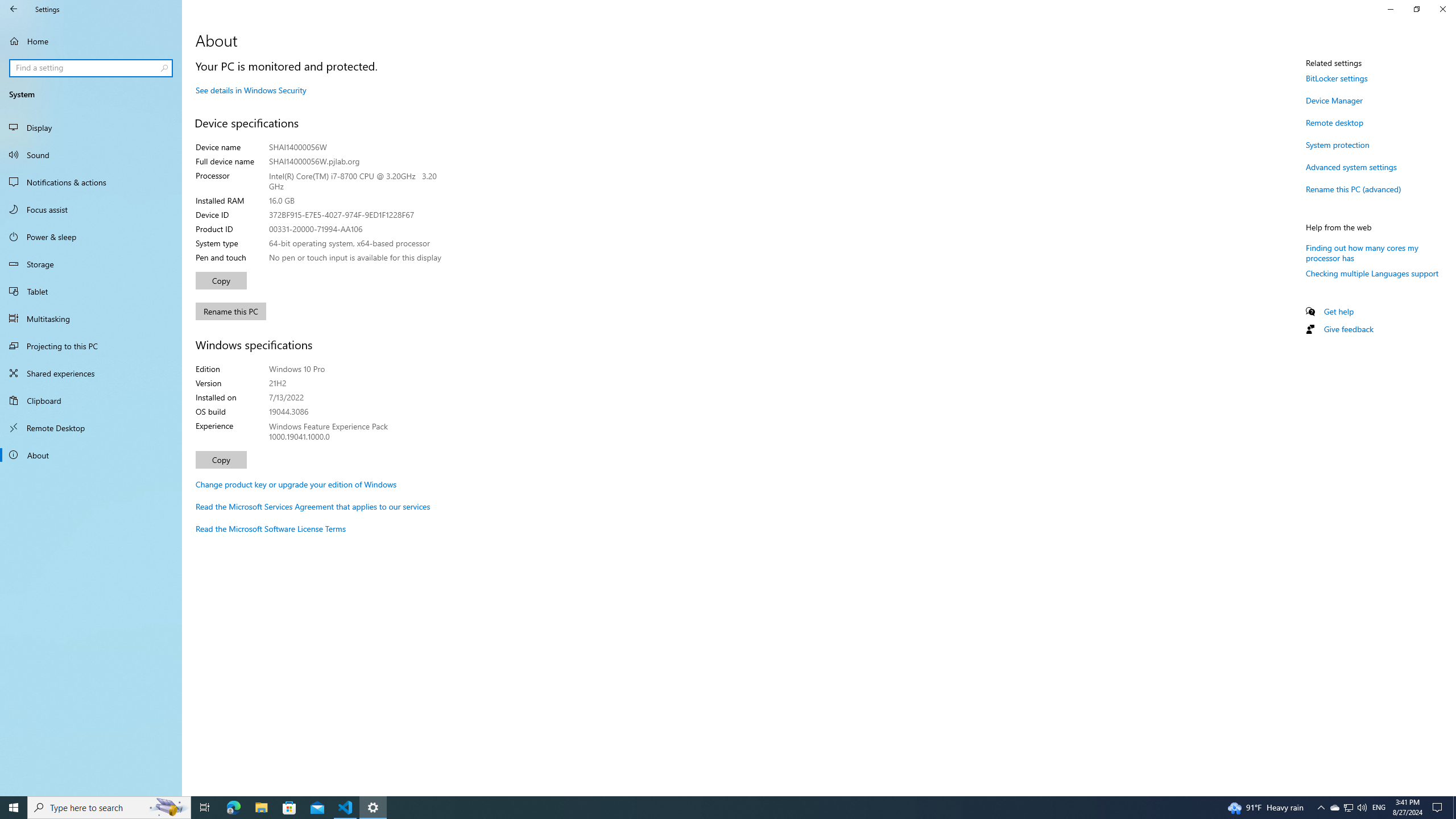  Describe the element at coordinates (271, 528) in the screenshot. I see `'Read the Microsoft Software License Terms'` at that location.